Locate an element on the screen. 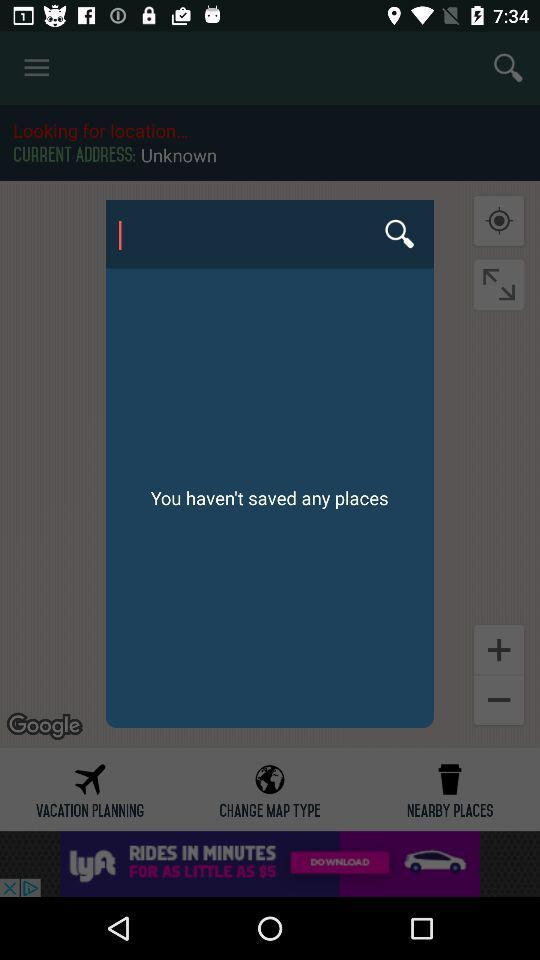 The width and height of the screenshot is (540, 960). icon above you haven t item is located at coordinates (269, 234).